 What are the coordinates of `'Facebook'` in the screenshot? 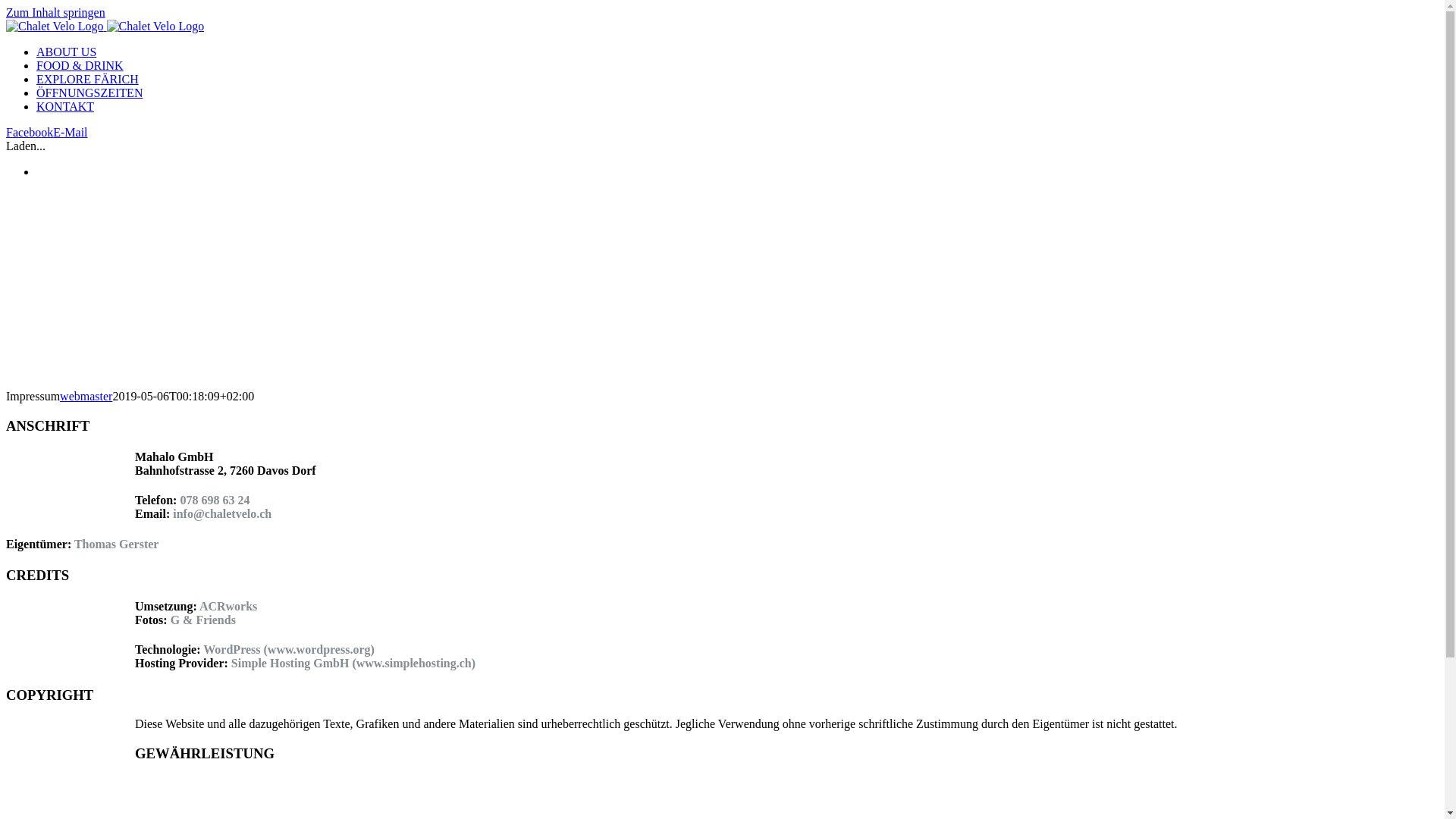 It's located at (6, 131).